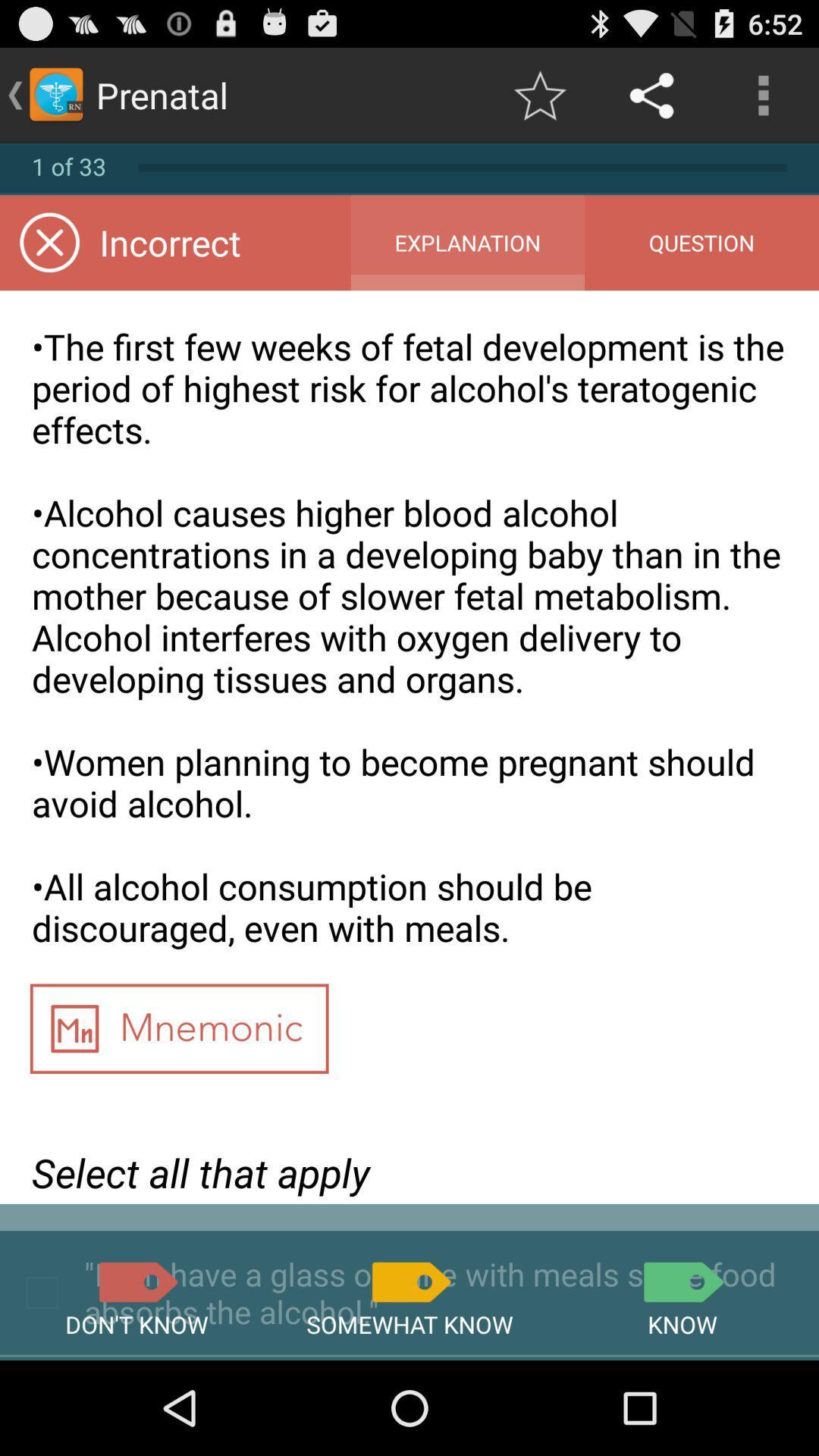  What do you see at coordinates (681, 1281) in the screenshot?
I see `know` at bounding box center [681, 1281].